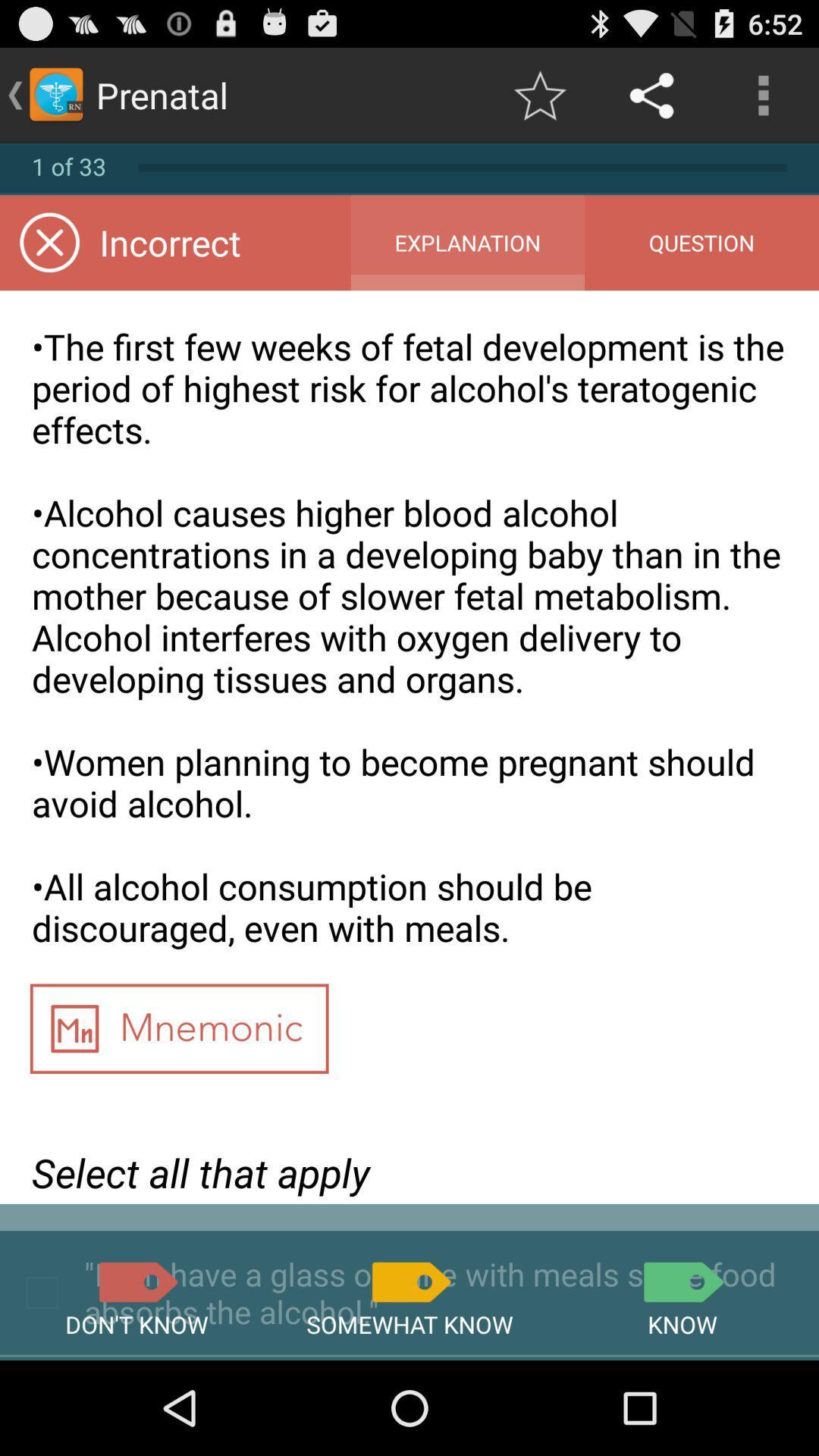  What do you see at coordinates (681, 1281) in the screenshot?
I see `know` at bounding box center [681, 1281].